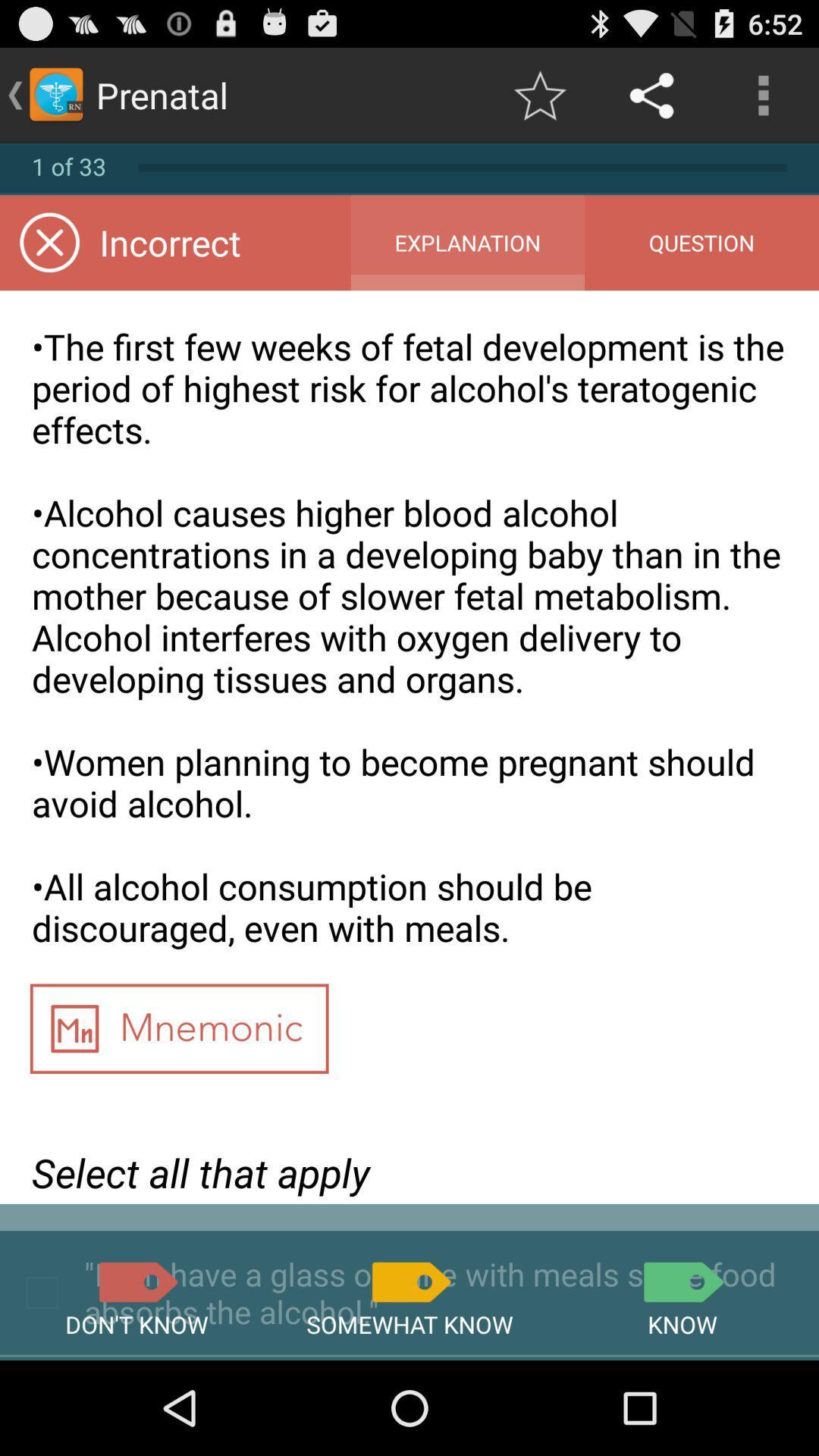  What do you see at coordinates (681, 1281) in the screenshot?
I see `know` at bounding box center [681, 1281].